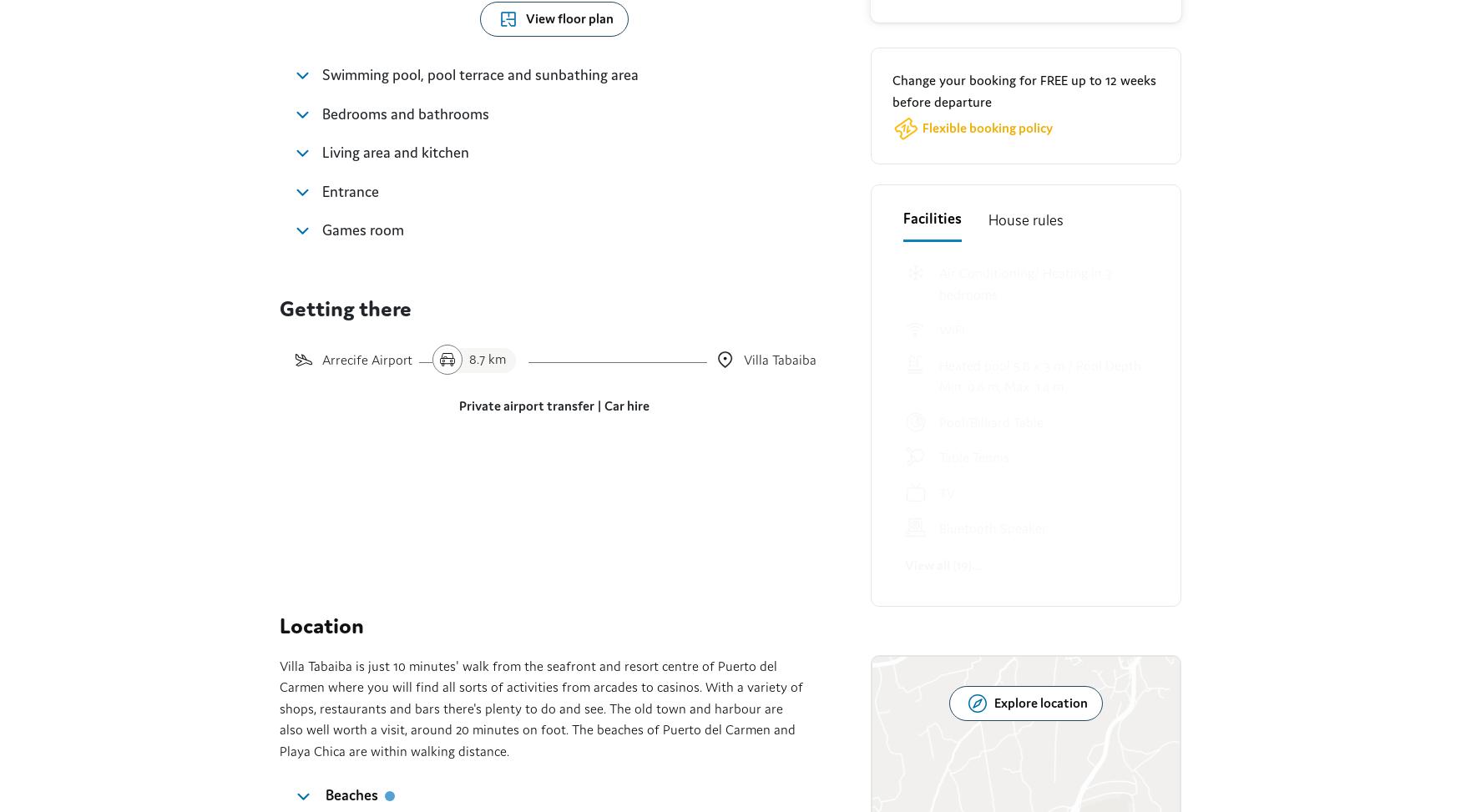 Image resolution: width=1461 pixels, height=812 pixels. What do you see at coordinates (325, 229) in the screenshot?
I see `'Family fun'` at bounding box center [325, 229].